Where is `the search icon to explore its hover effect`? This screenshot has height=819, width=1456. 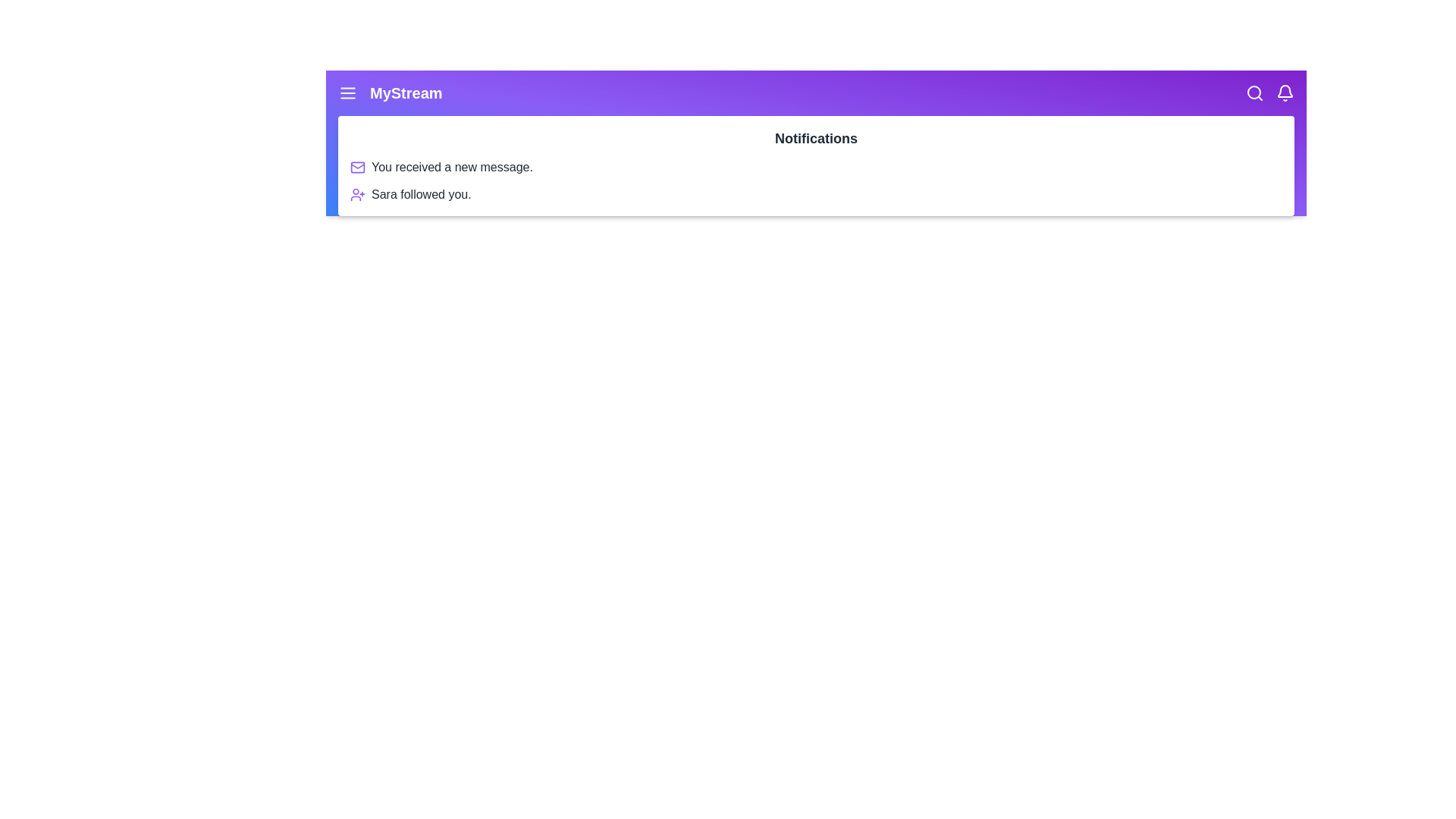 the search icon to explore its hover effect is located at coordinates (1255, 93).